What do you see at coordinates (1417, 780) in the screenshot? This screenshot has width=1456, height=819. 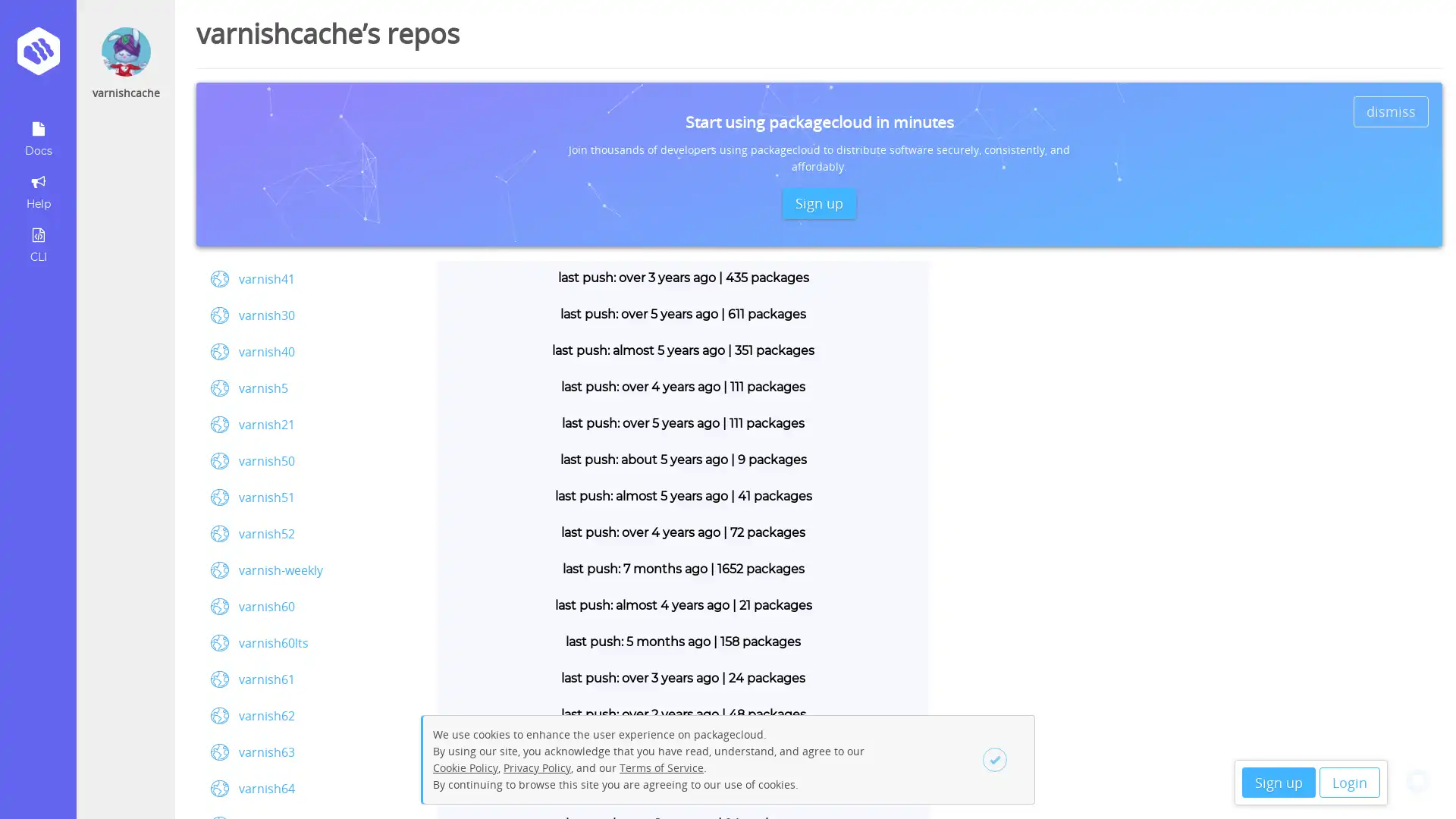 I see `Open Intercom Messenger` at bounding box center [1417, 780].